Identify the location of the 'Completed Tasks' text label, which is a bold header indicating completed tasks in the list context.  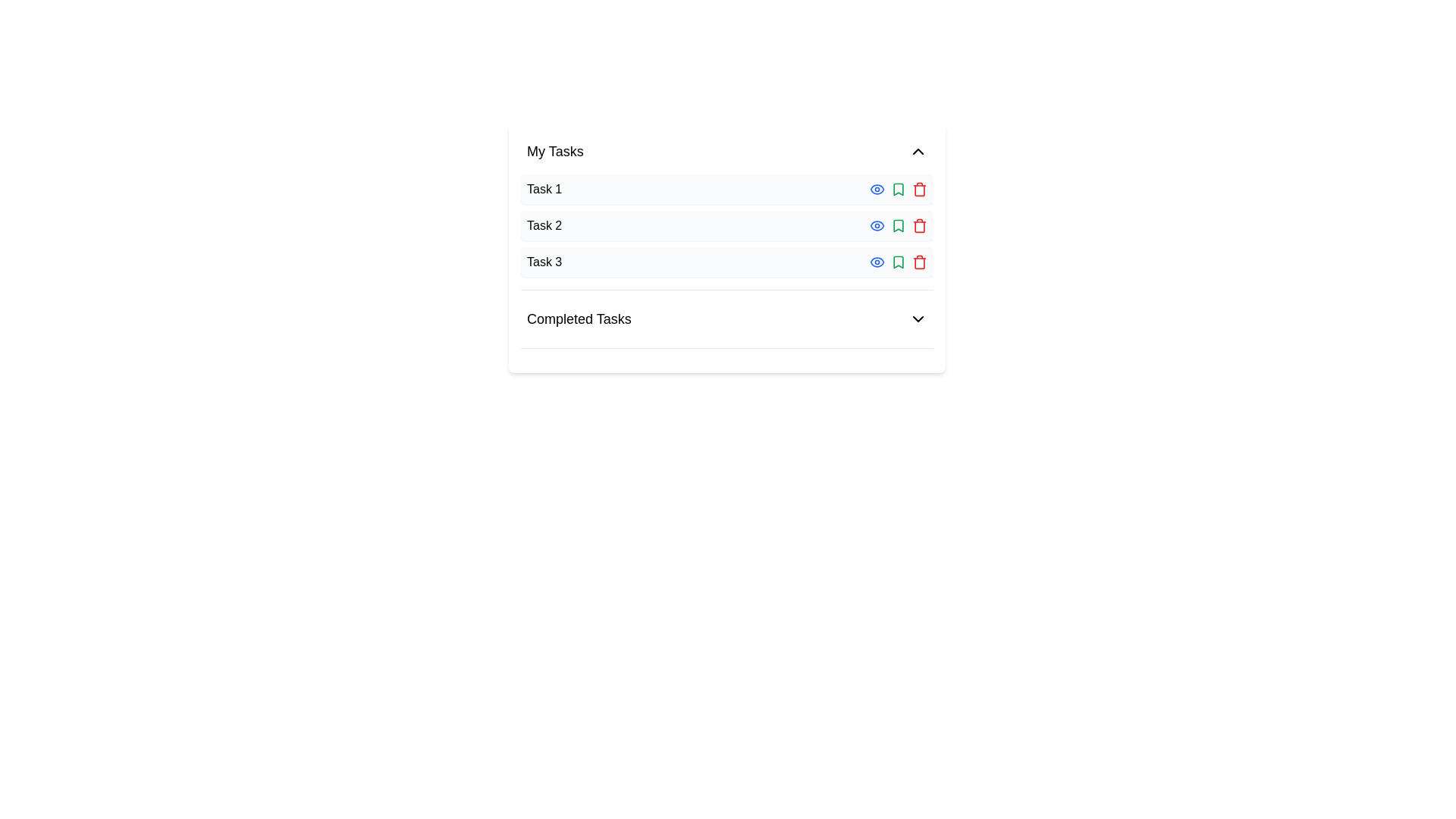
(578, 318).